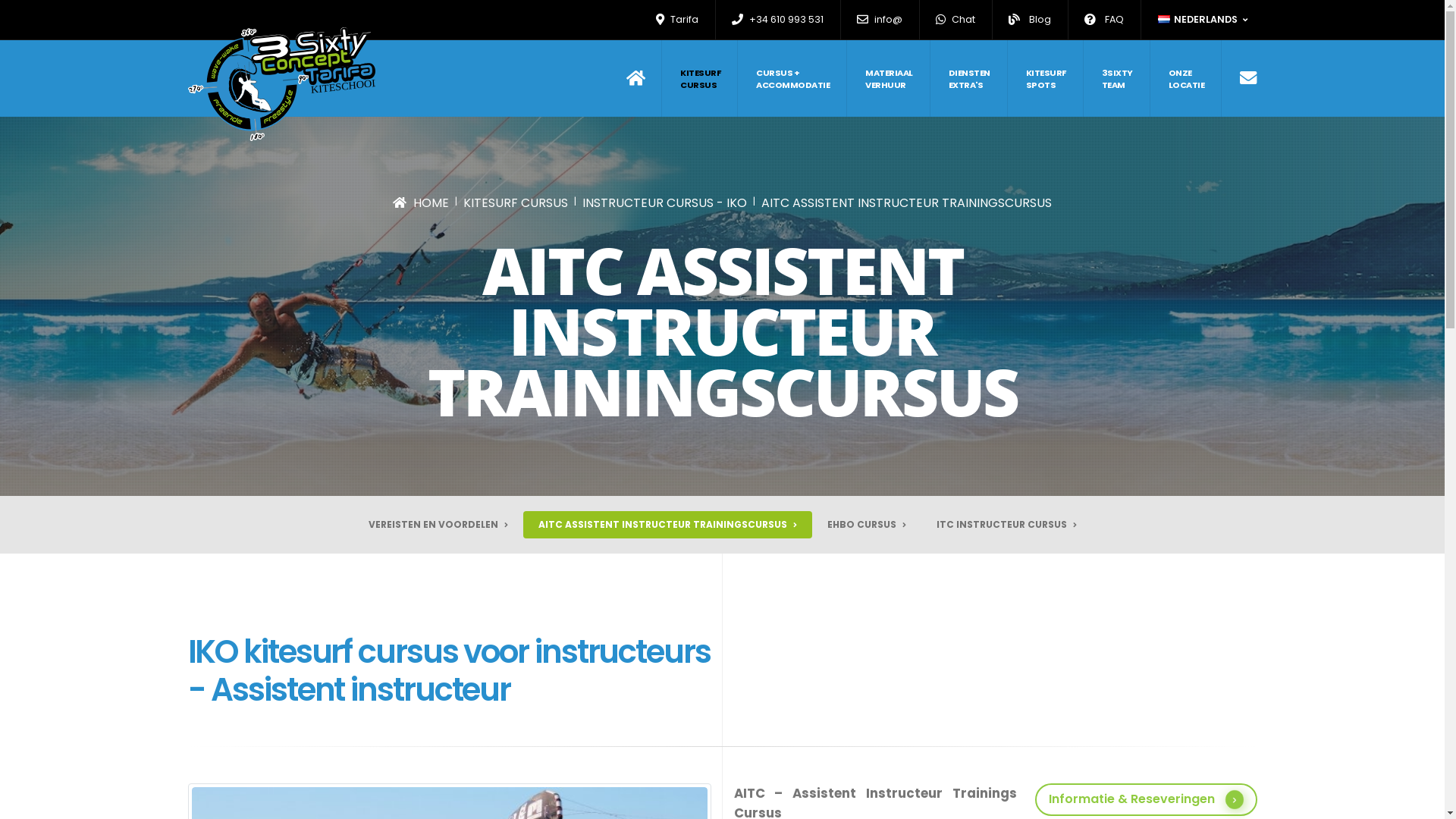  What do you see at coordinates (664, 202) in the screenshot?
I see `'INSTRUCTEUR CURSUS - IKO'` at bounding box center [664, 202].